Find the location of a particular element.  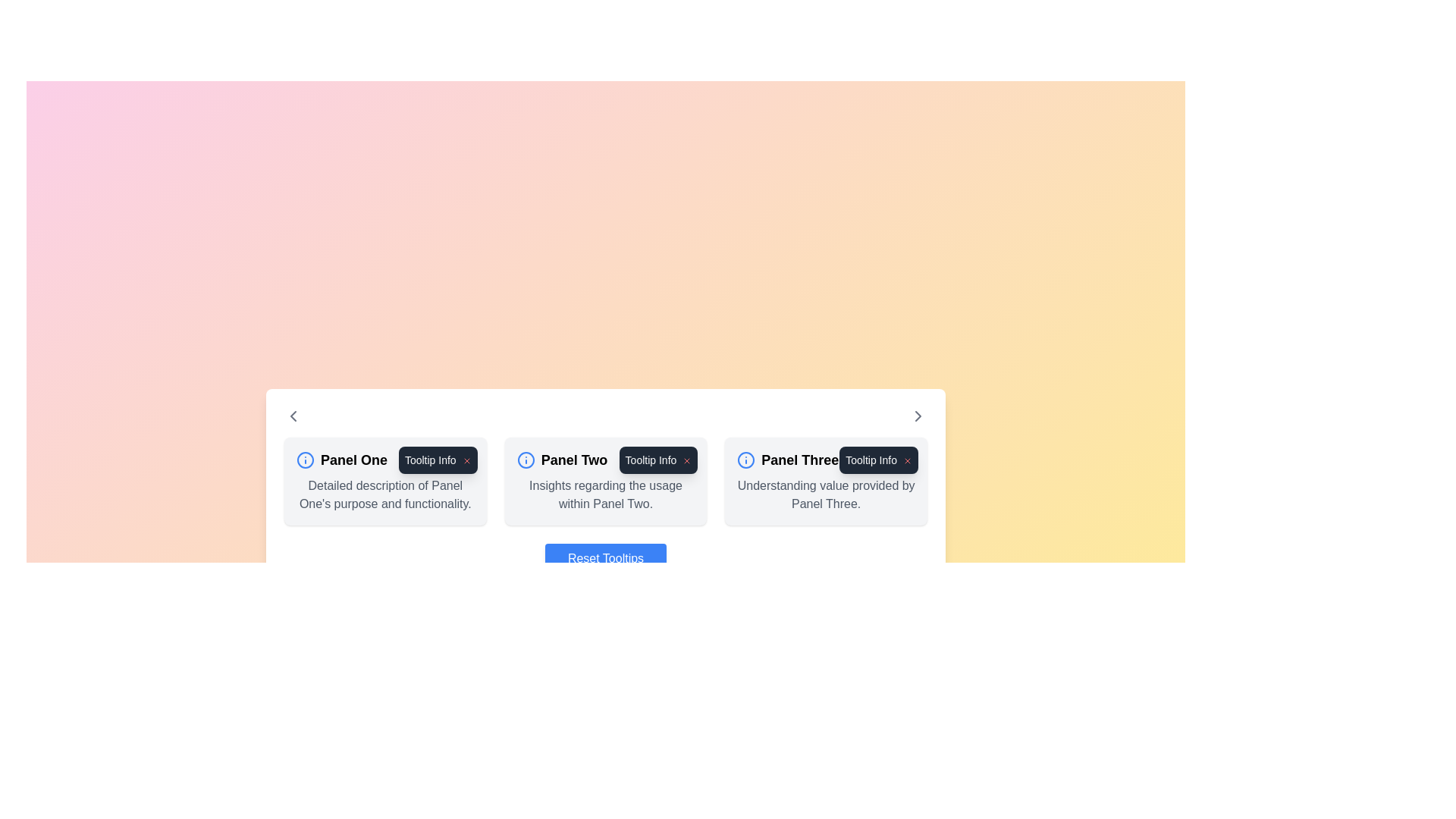

the rectangular button with a blue background and white text reading 'Reset Tooltips' located at the bottom center of the white panel is located at coordinates (604, 558).